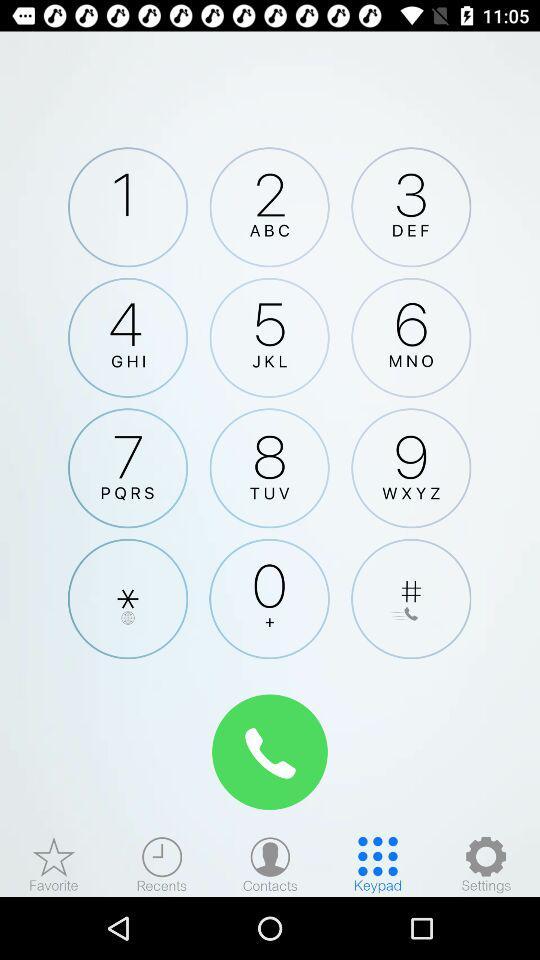  What do you see at coordinates (485, 863) in the screenshot?
I see `different settings to call` at bounding box center [485, 863].